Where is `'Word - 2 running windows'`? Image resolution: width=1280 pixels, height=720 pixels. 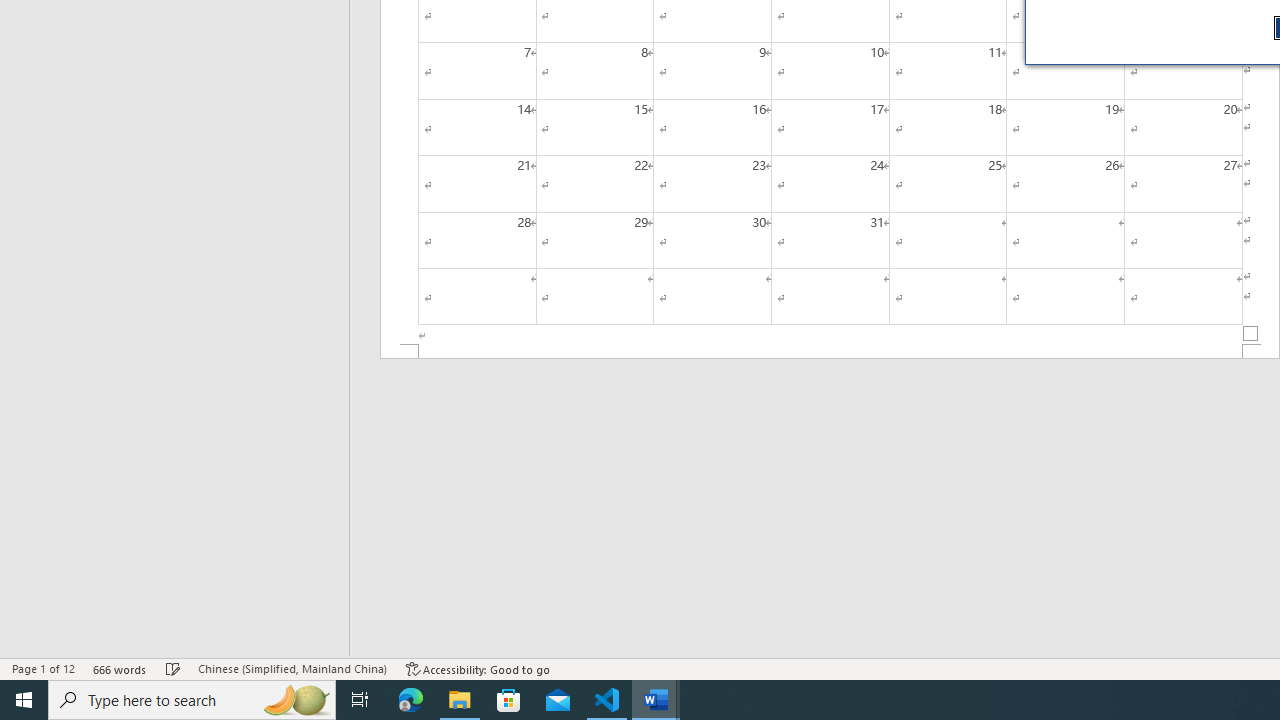 'Word - 2 running windows' is located at coordinates (656, 698).